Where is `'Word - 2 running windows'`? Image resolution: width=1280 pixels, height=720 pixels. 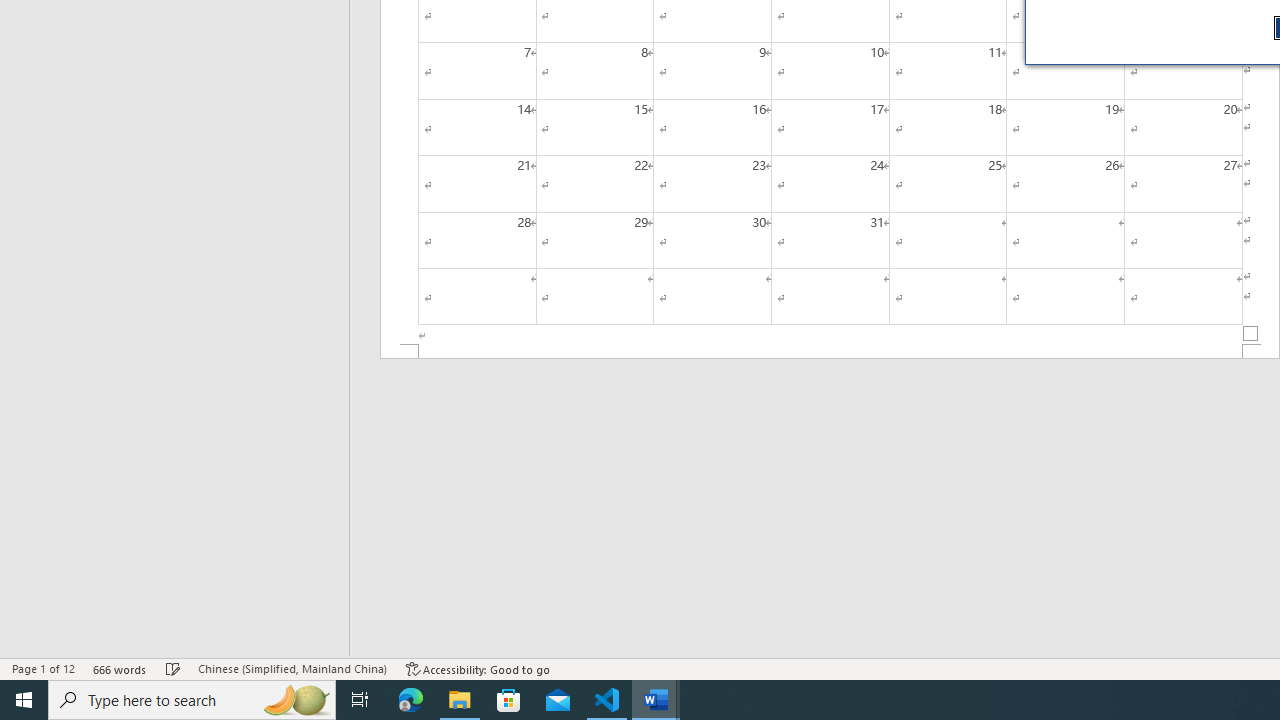 'Word - 2 running windows' is located at coordinates (656, 698).